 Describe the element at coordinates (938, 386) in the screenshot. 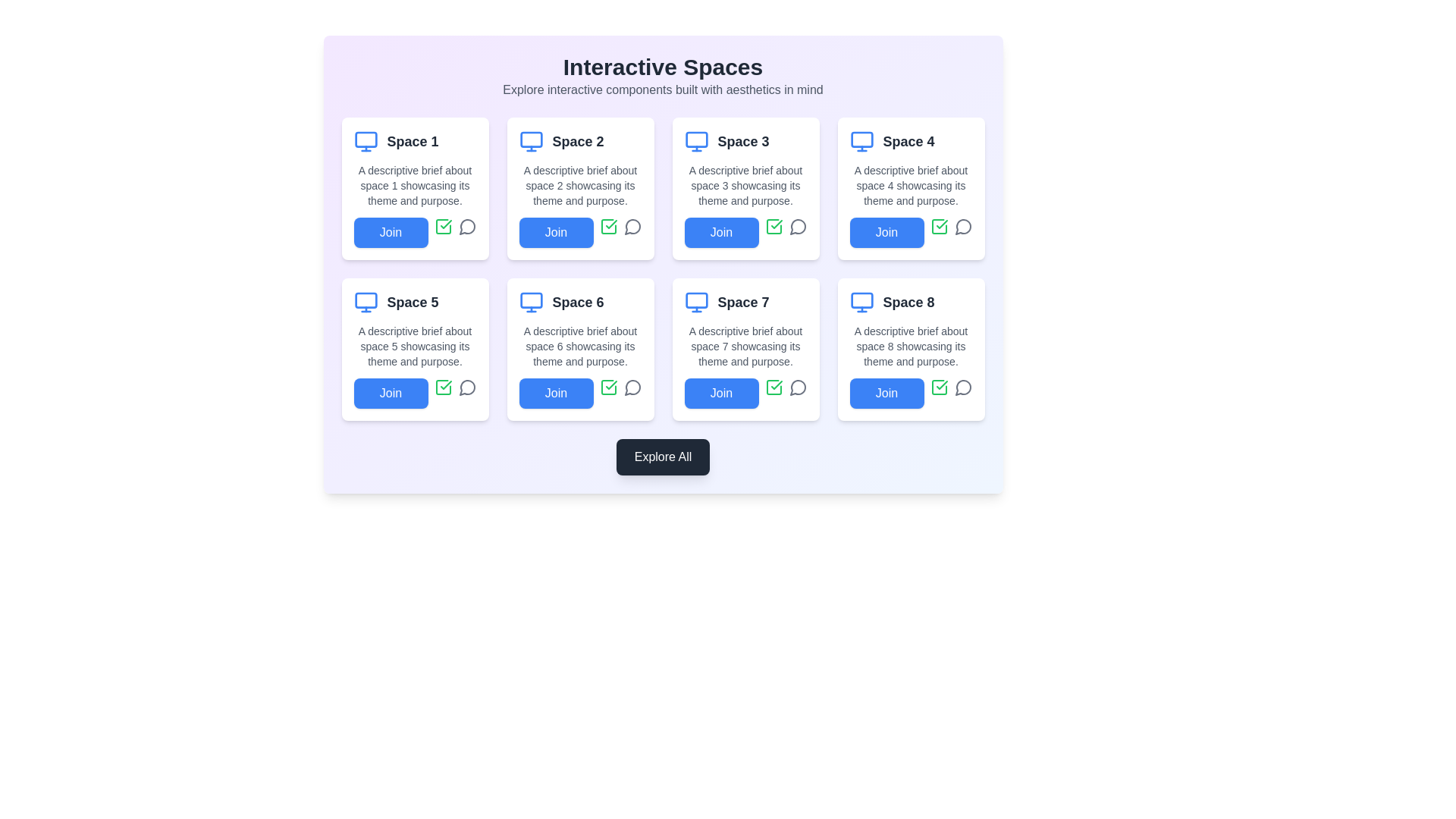

I see `the visual confirmation icon located in the bottom-right corner of the 'Space 8' card, positioned to the right of the blue 'Join' button and left of the gray comment icon` at that location.